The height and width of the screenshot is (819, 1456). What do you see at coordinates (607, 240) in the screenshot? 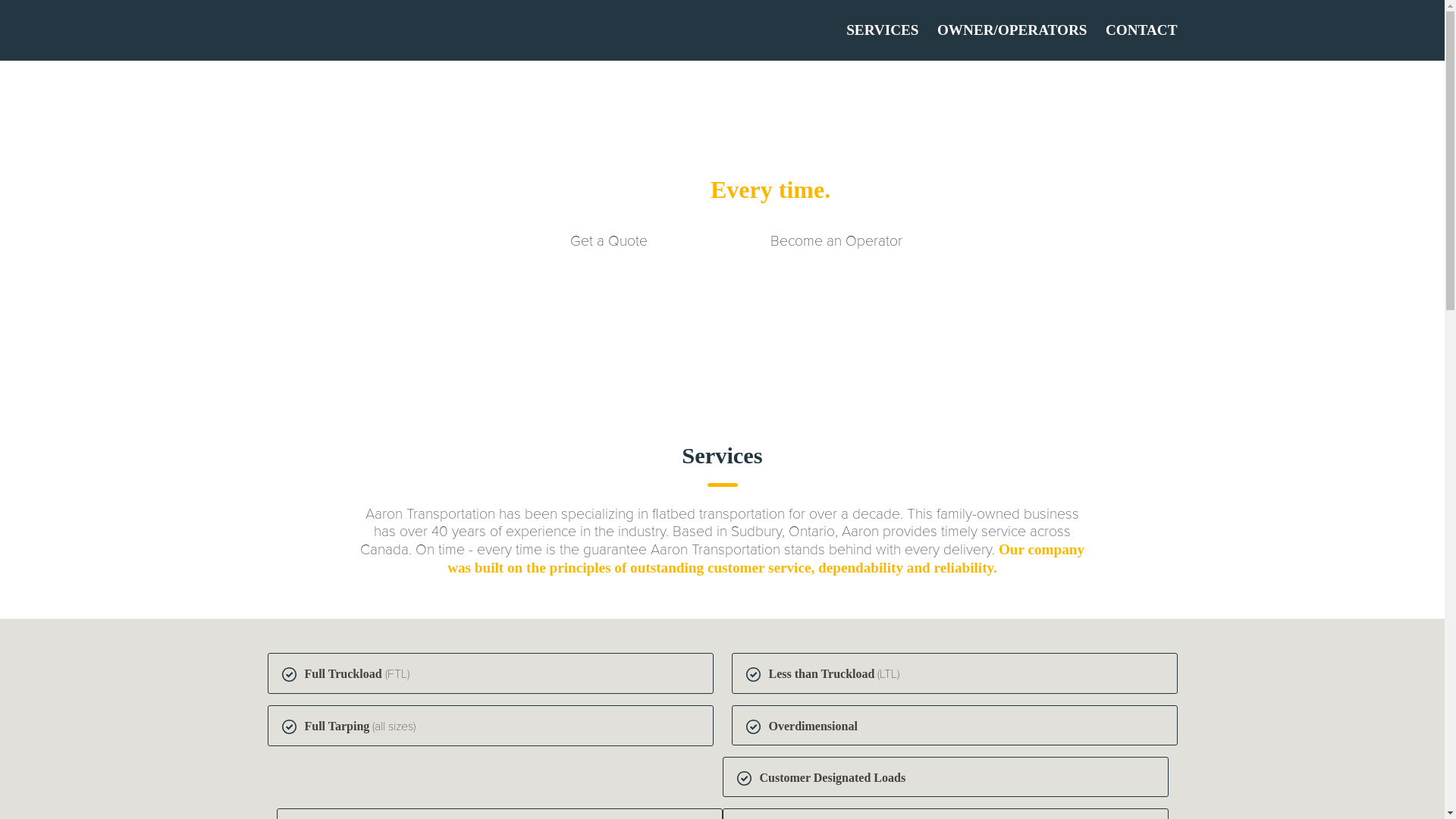
I see `'Get a Quote'` at bounding box center [607, 240].